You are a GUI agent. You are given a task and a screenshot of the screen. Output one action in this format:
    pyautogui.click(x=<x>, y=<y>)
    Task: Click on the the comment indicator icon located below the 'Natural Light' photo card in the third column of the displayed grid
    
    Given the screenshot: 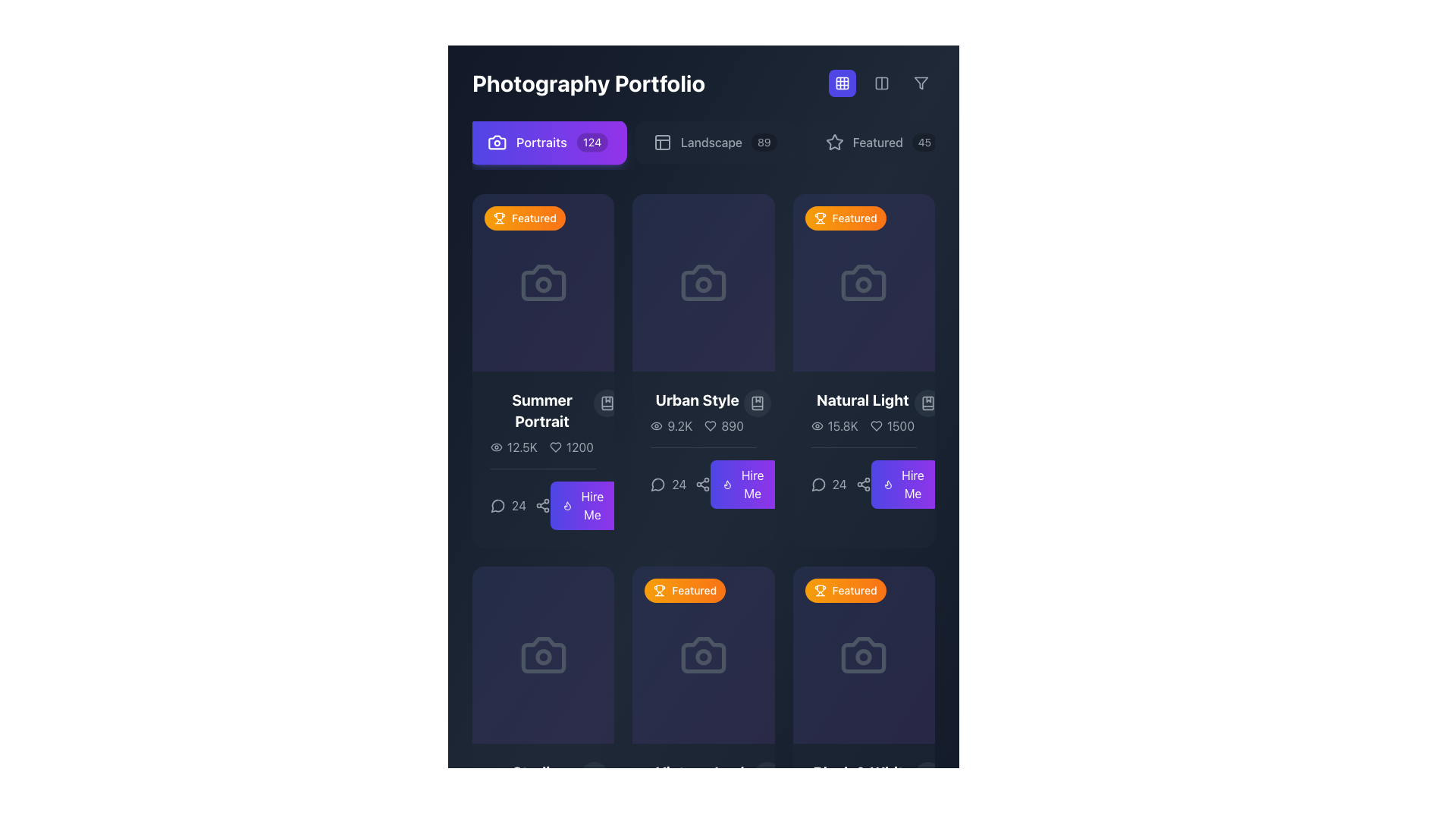 What is the action you would take?
    pyautogui.click(x=817, y=485)
    